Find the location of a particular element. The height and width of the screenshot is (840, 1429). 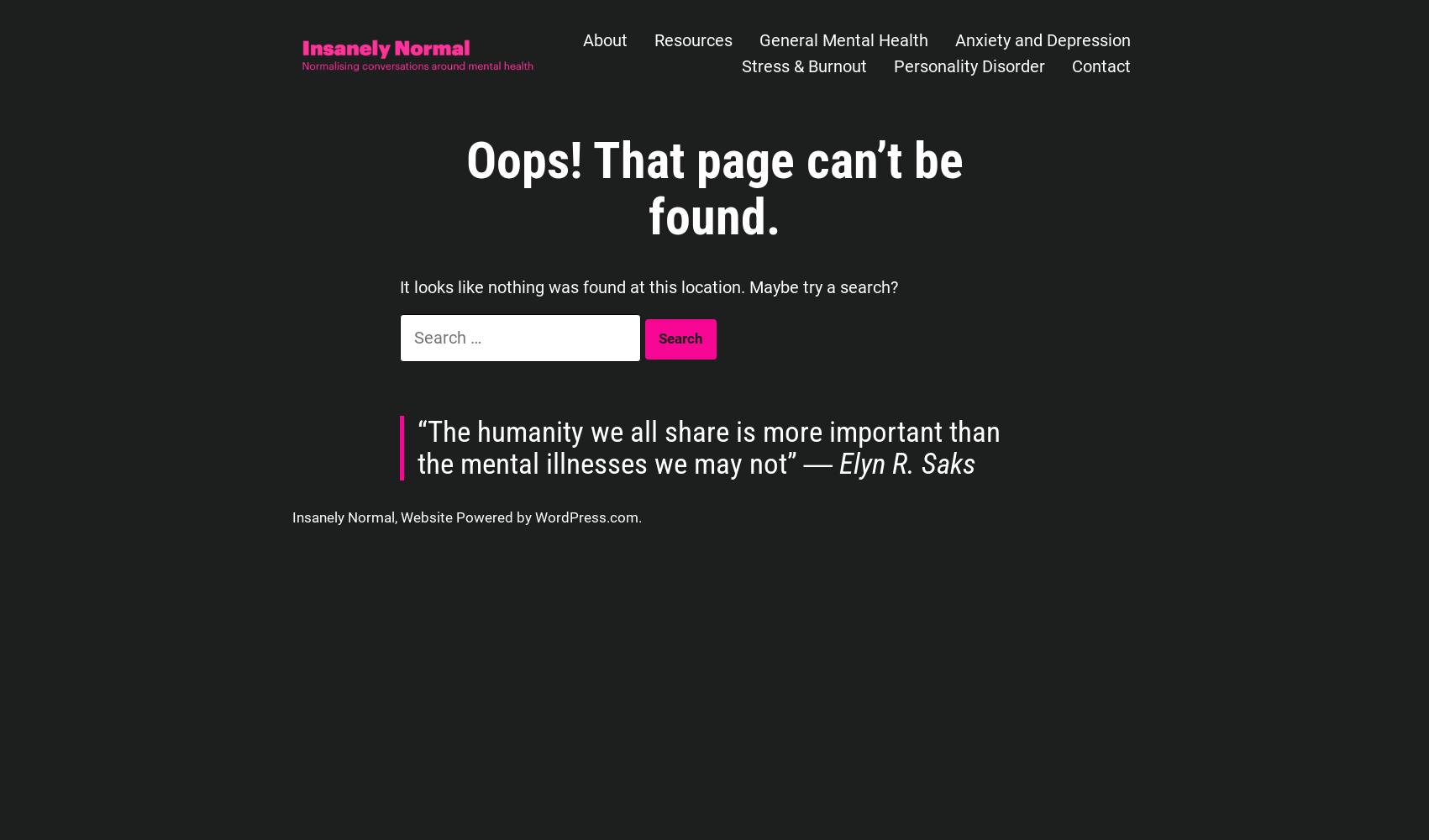

'It looks like nothing was found at this location. Maybe try a search?' is located at coordinates (648, 286).